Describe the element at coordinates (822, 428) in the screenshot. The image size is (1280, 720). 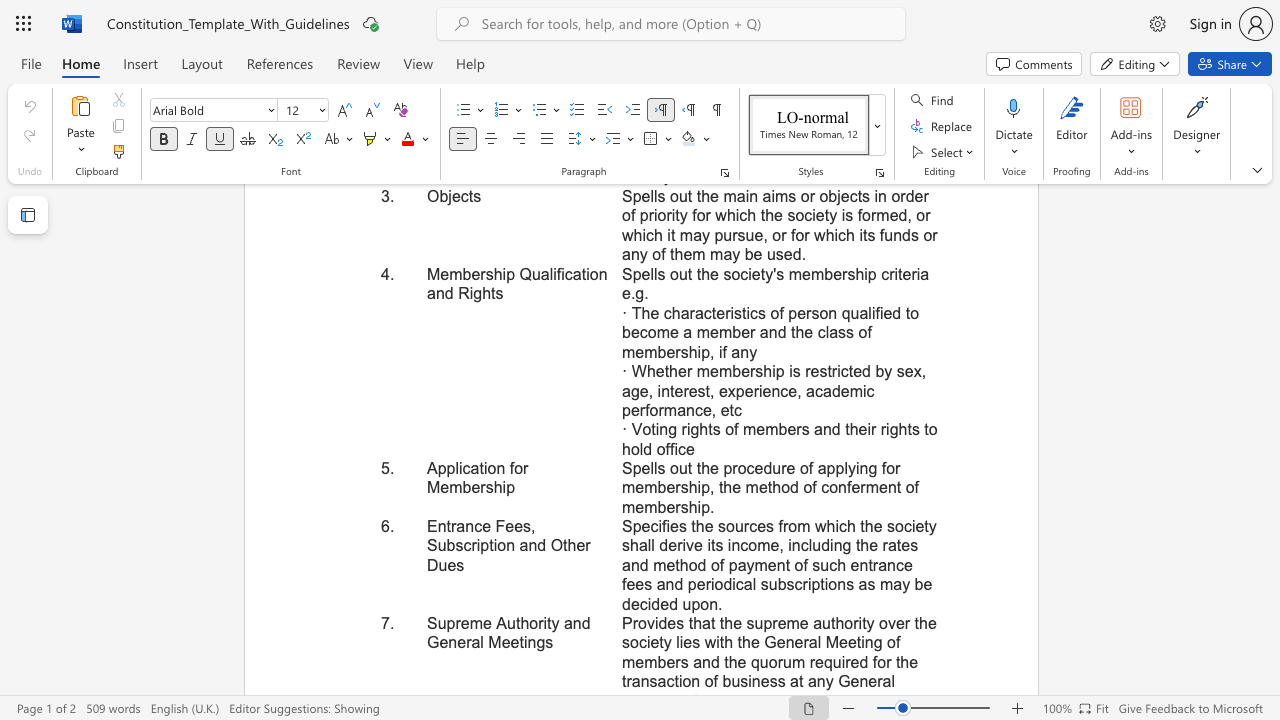
I see `the subset text "nd their ri" within the text "· Voting rights of members and their rights to hold office"` at that location.